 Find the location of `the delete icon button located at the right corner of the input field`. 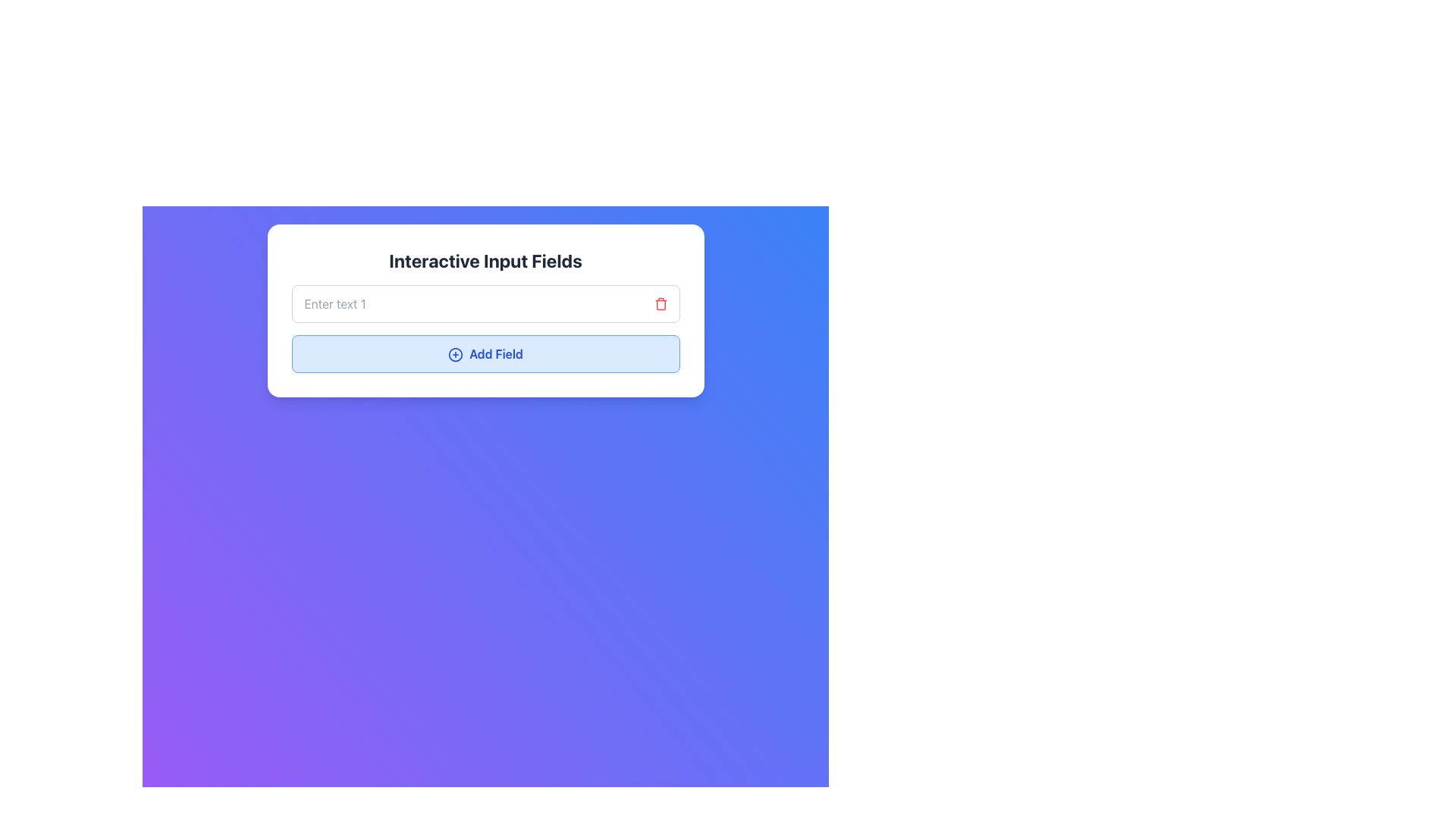

the delete icon button located at the right corner of the input field is located at coordinates (661, 304).